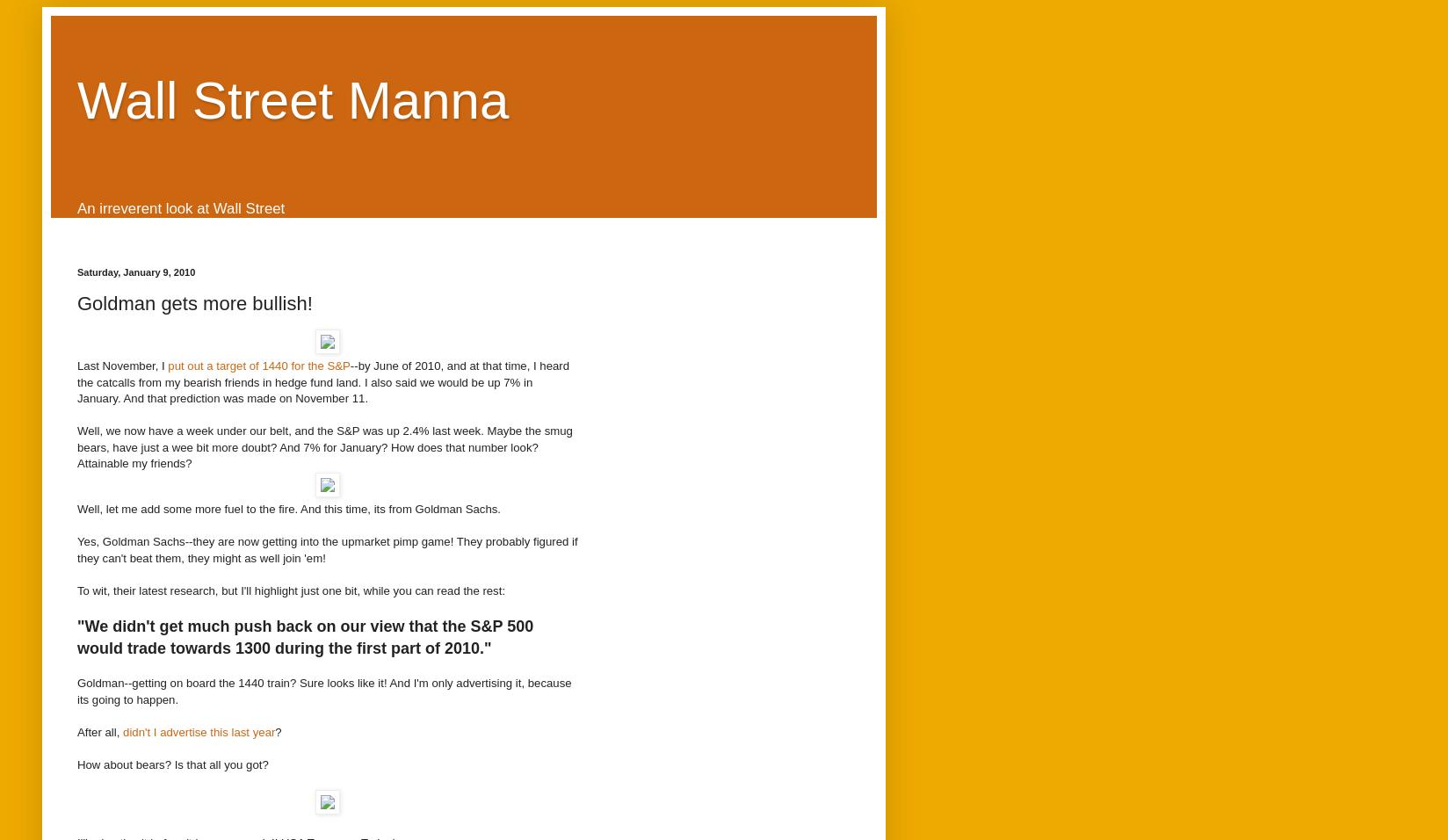  Describe the element at coordinates (287, 508) in the screenshot. I see `'Well, let me add some more fuel to the fire. And this time, its from Goldman Sachs.'` at that location.